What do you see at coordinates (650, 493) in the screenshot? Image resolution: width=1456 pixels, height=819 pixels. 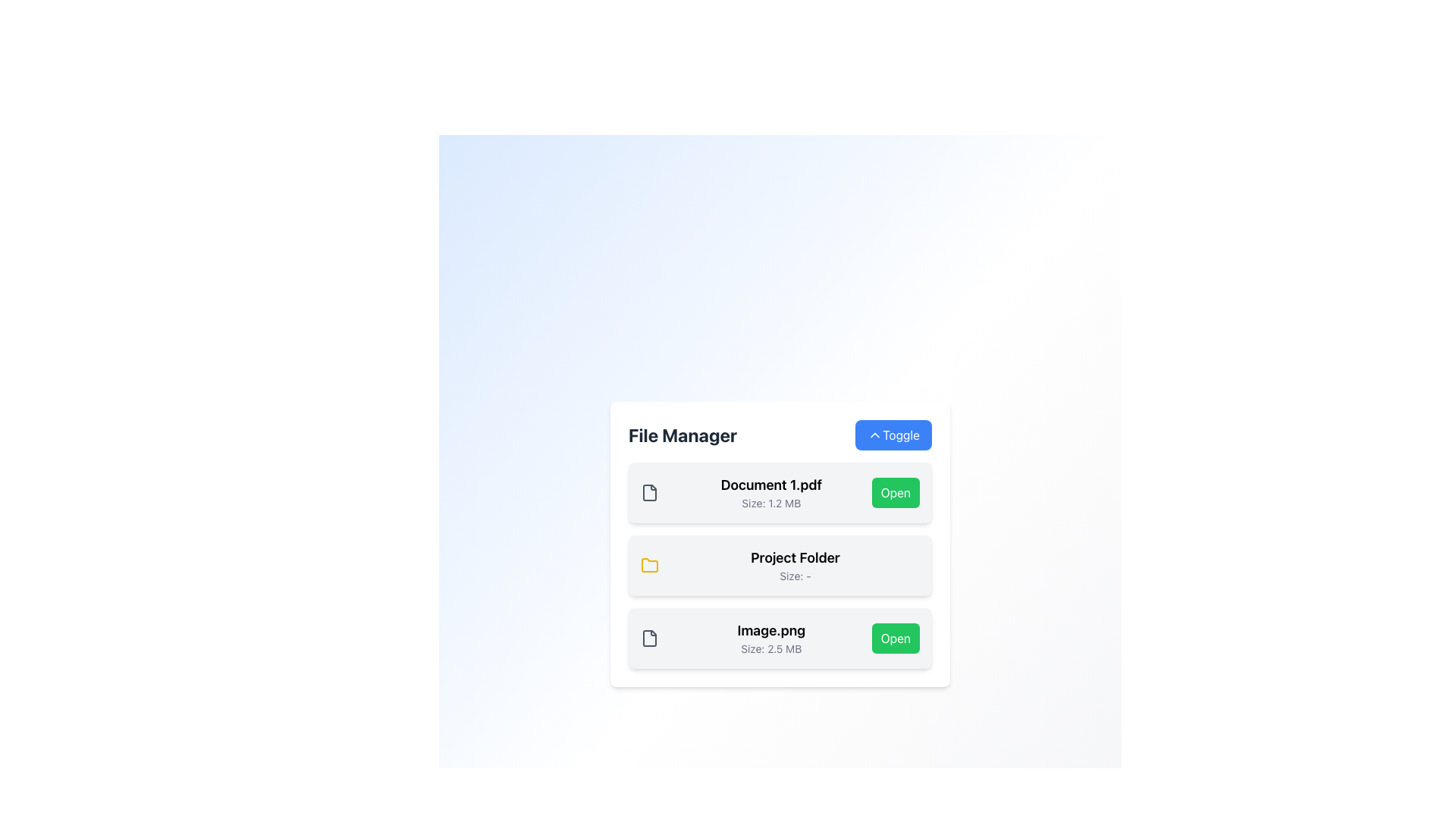 I see `the document page icon located to the left of 'Document 1.pdf' in the 'File Manager' section` at bounding box center [650, 493].